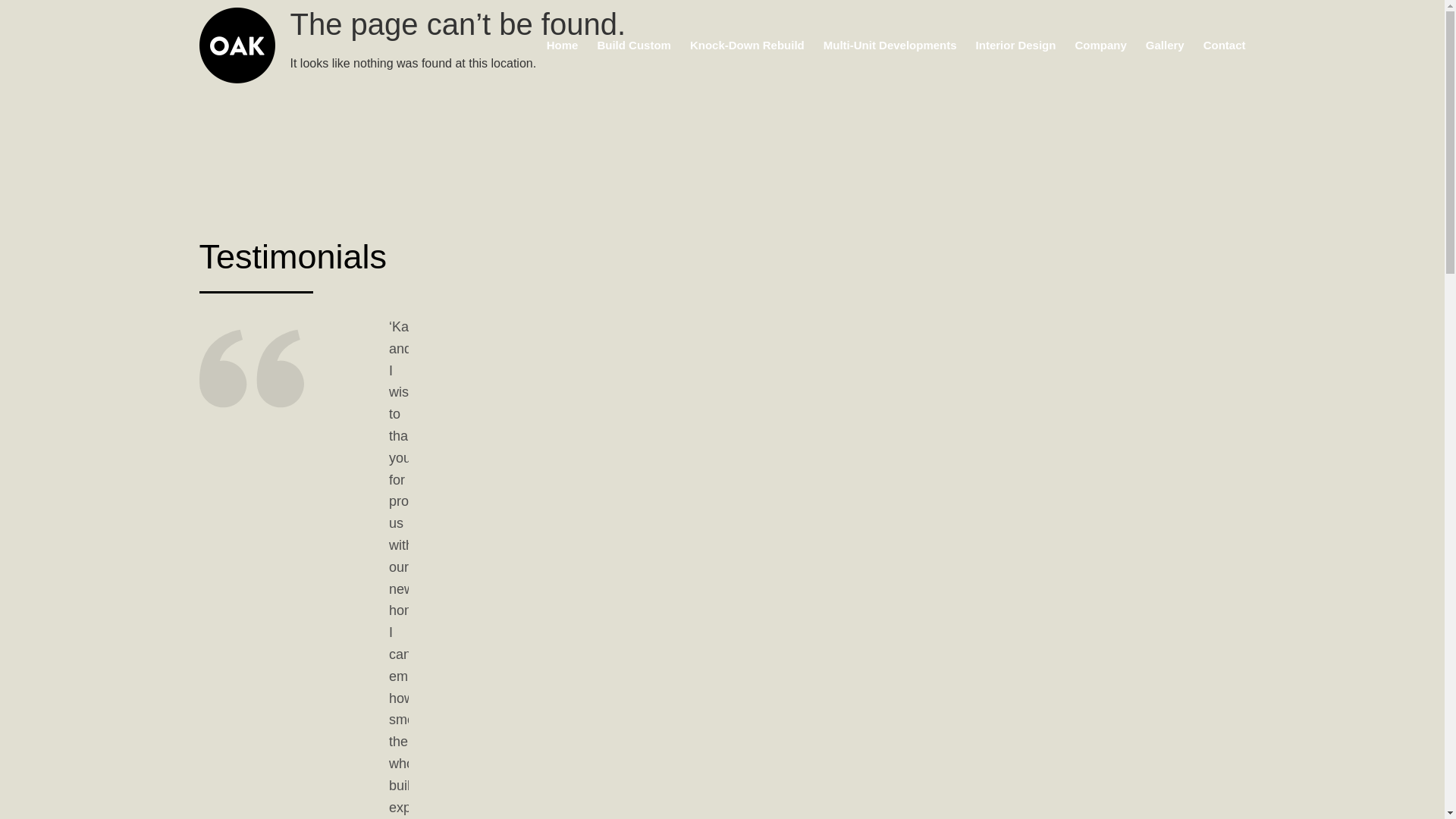 The image size is (1456, 819). I want to click on 'Company', so click(1100, 45).